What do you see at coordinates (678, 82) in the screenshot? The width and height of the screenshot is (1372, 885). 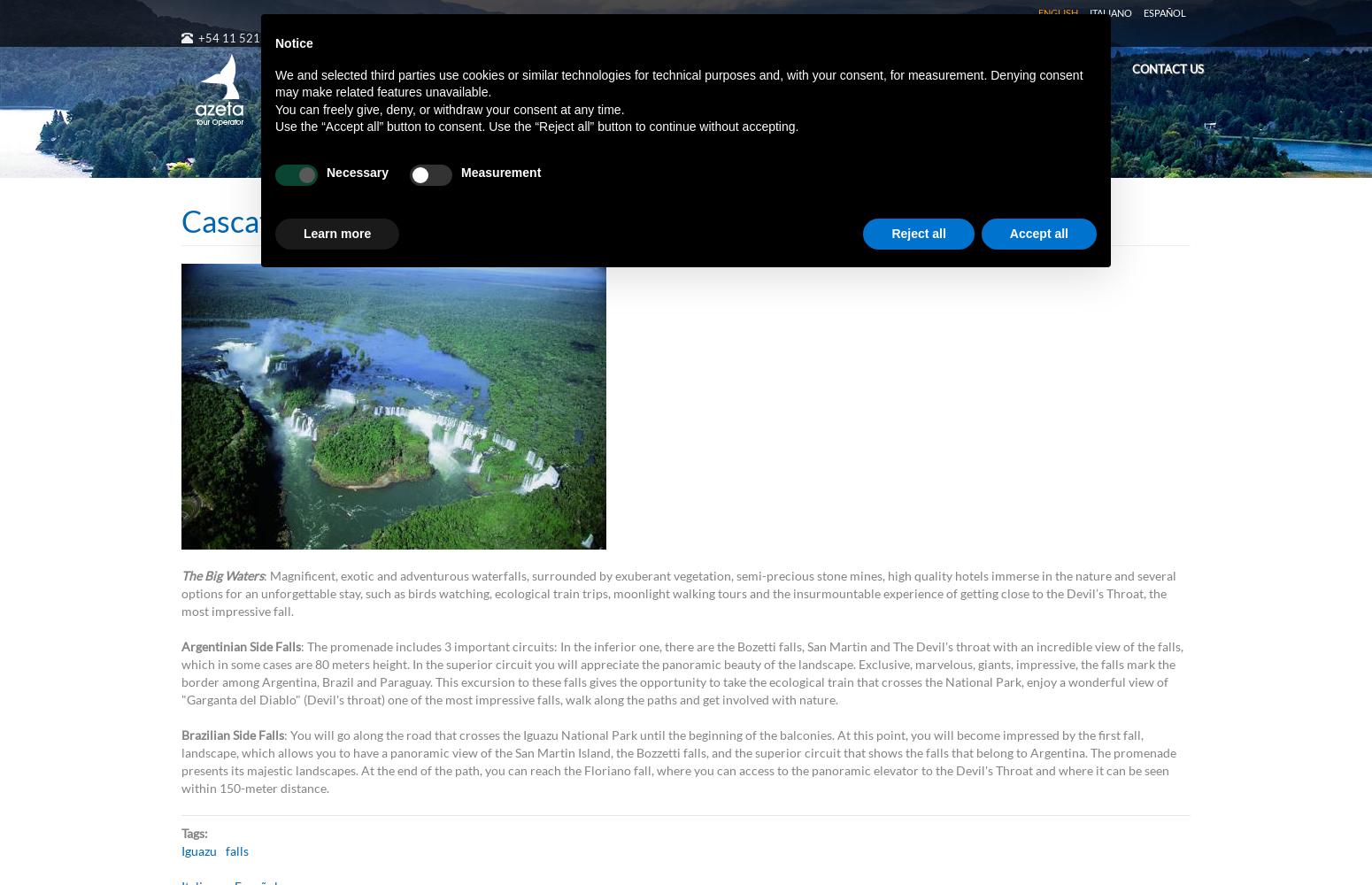 I see `'We and selected third parties use cookies or similar technologies for technical purposes and, with your consent, for measurement. Denying consent may make related features unavailable.'` at bounding box center [678, 82].